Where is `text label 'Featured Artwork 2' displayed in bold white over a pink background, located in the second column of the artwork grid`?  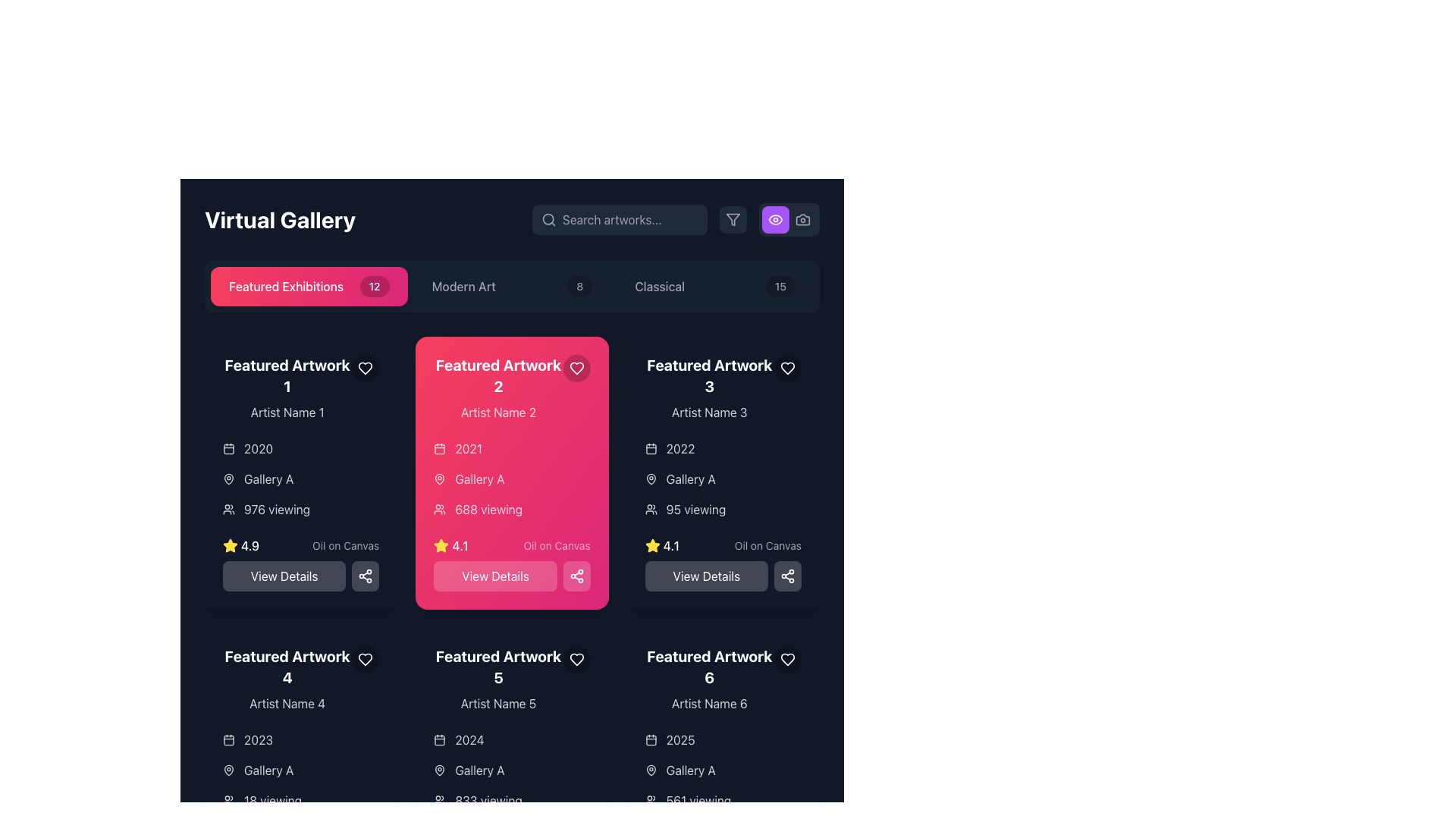 text label 'Featured Artwork 2' displayed in bold white over a pink background, located in the second column of the artwork grid is located at coordinates (498, 375).